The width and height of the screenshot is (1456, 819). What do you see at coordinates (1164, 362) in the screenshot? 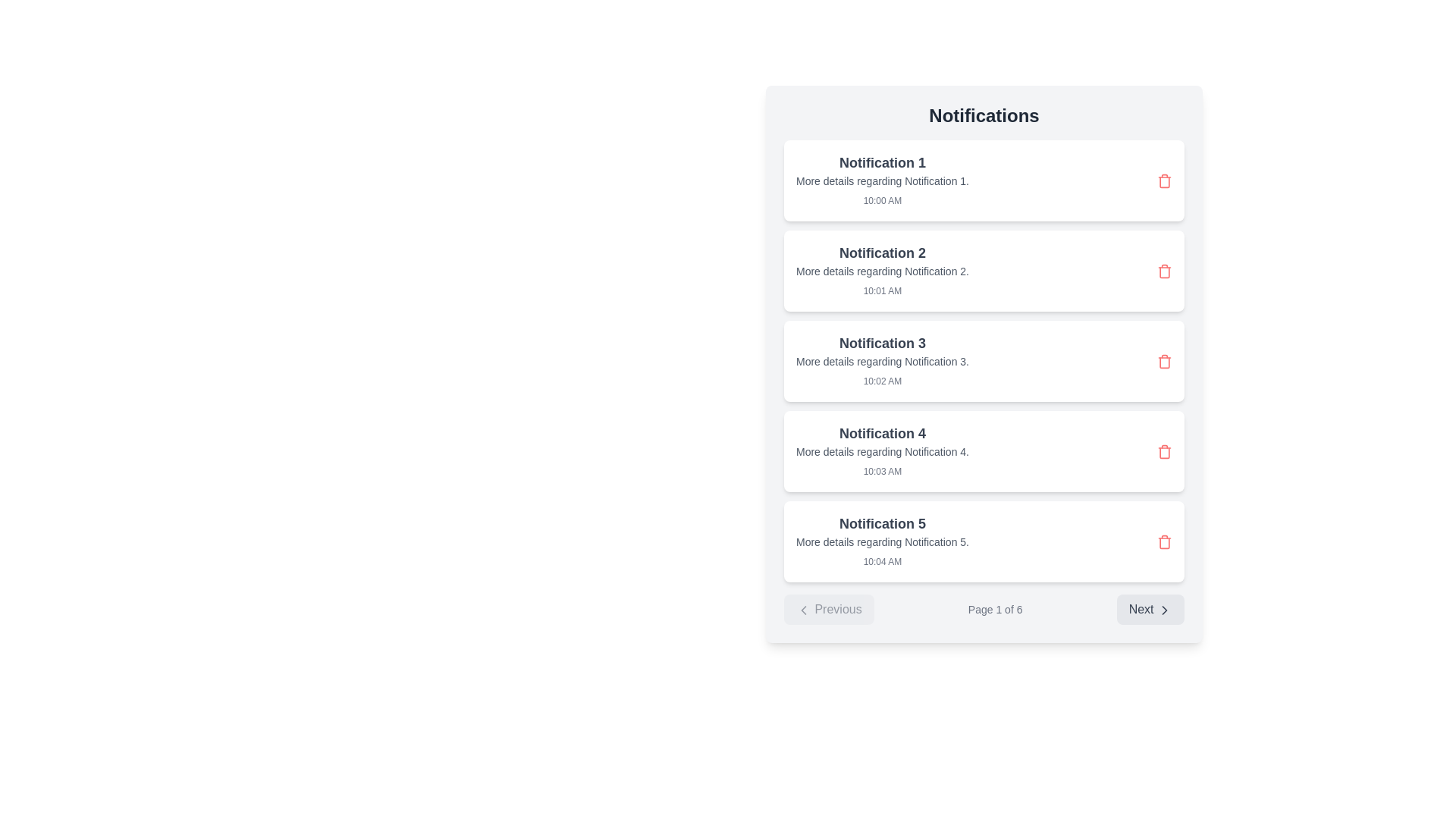
I see `the trash icon located to the right of the text details in the third notification item` at bounding box center [1164, 362].